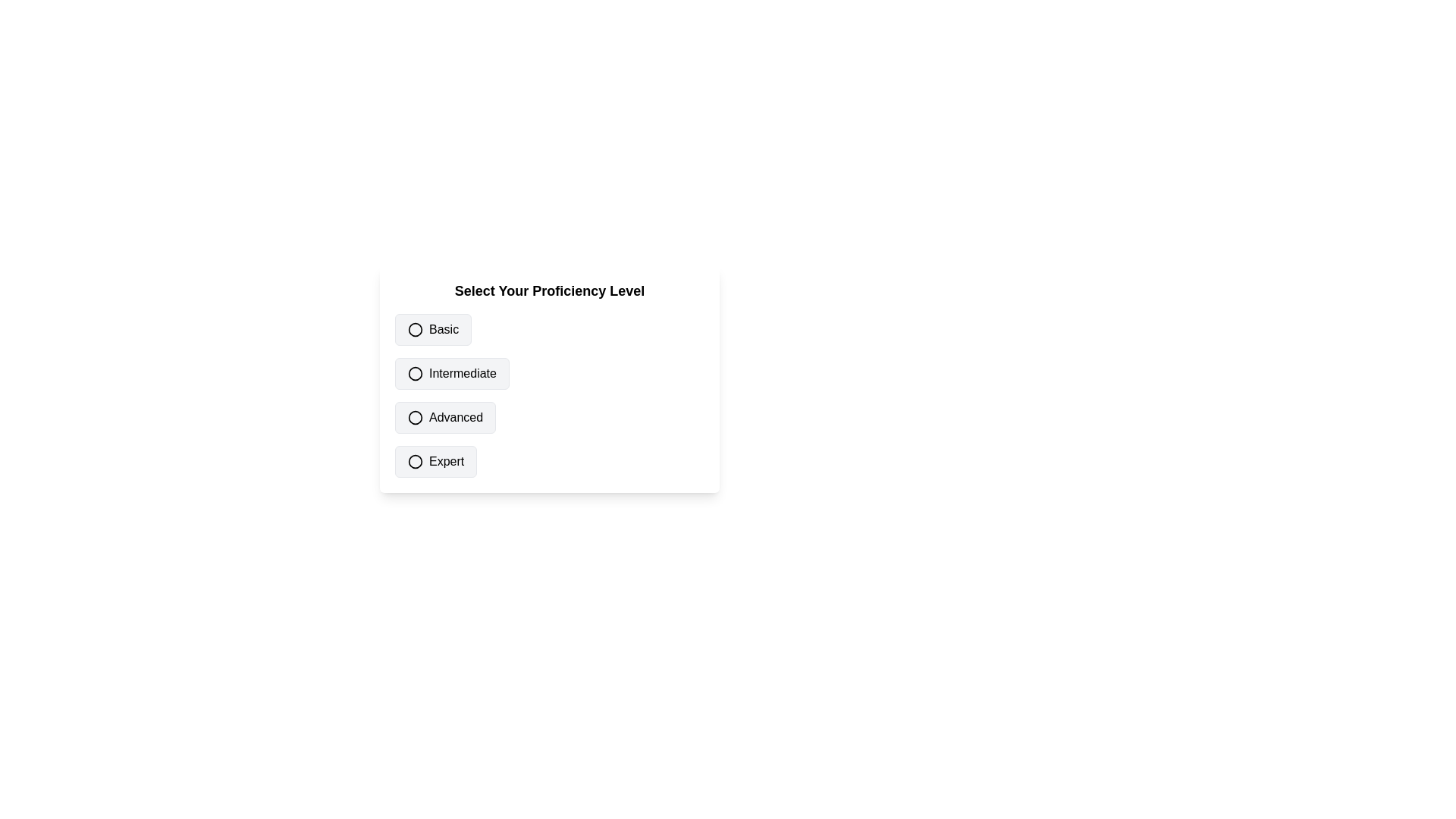  I want to click on the radio button representing the 'Intermediate' proficiency level, which is the second option in a vertical list of four proficiency levels, so click(548, 374).